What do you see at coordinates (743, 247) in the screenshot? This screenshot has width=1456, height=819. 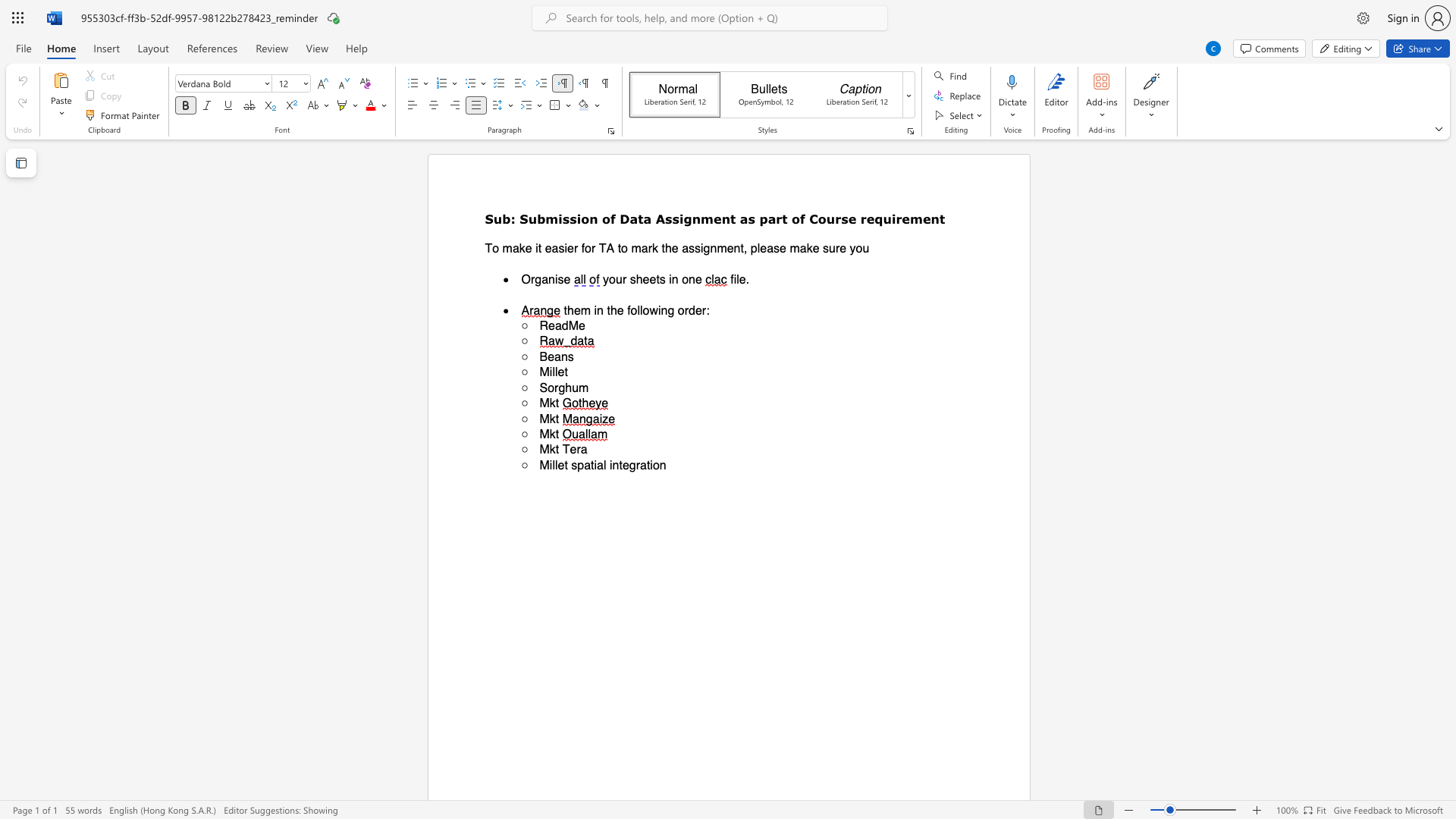 I see `the subset text ", ple" within the text "To make it easier for TA to mark the assignment, please make sure you"` at bounding box center [743, 247].